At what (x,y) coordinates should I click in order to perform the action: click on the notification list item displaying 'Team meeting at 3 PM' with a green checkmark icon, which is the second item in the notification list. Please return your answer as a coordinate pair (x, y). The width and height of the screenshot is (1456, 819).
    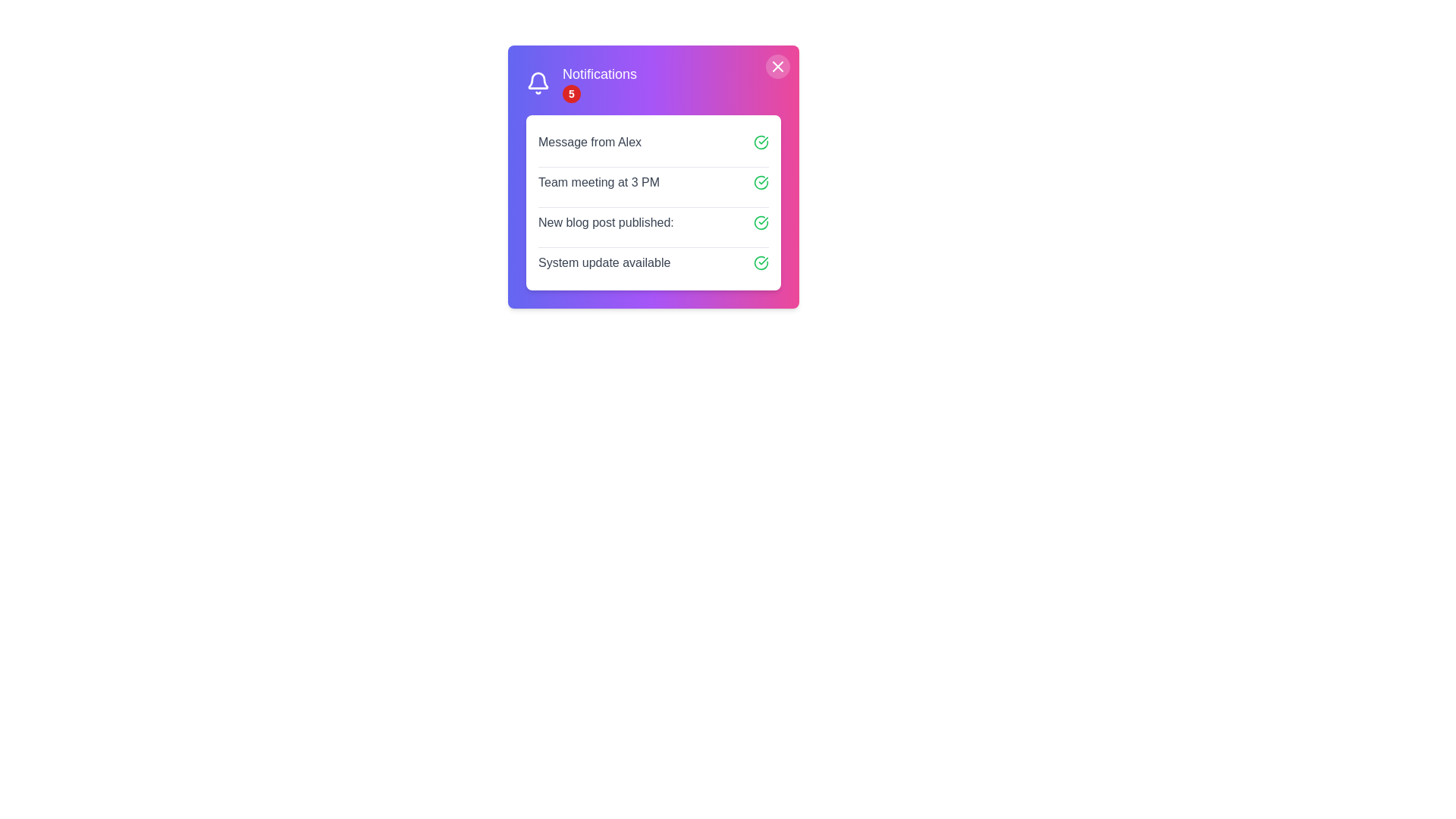
    Looking at the image, I should click on (654, 181).